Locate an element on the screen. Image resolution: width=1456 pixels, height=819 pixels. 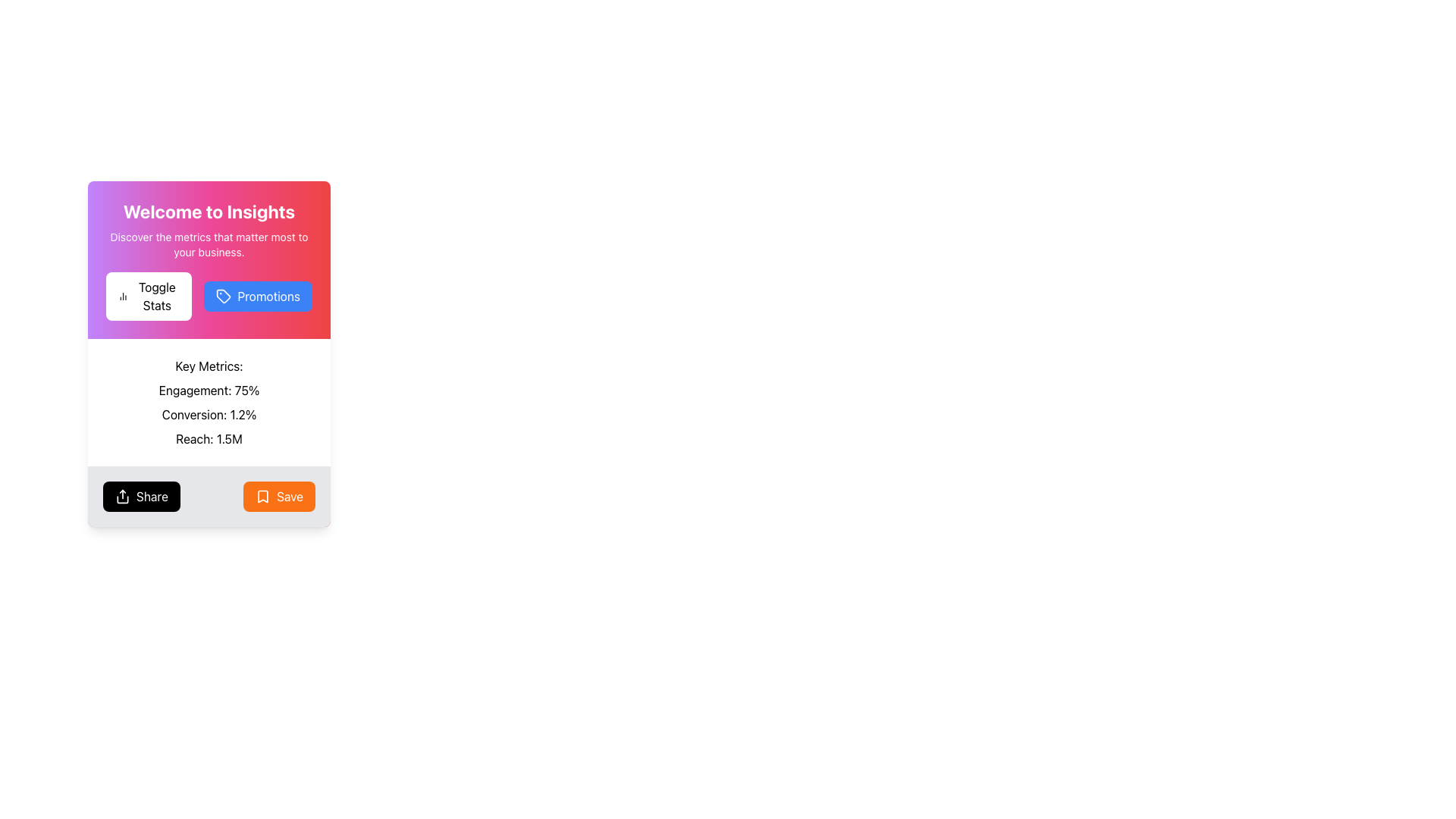
the decorative icon associated with the 'Promotions' button, located in the top section of the card, to the right of the 'Toggle Stats' button is located at coordinates (223, 296).